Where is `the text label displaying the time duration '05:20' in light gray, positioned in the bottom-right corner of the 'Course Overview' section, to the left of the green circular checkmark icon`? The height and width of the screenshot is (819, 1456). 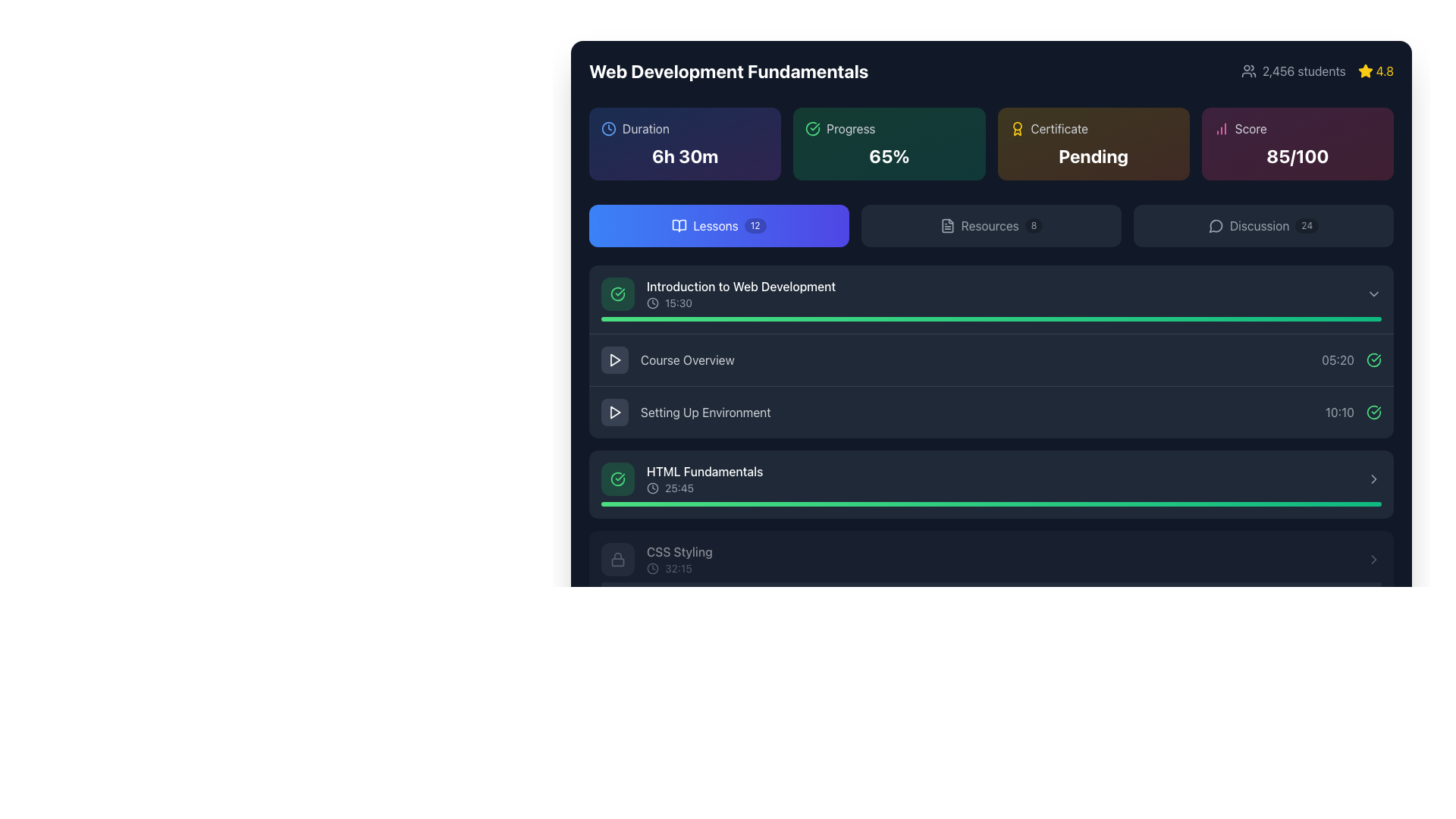
the text label displaying the time duration '05:20' in light gray, positioned in the bottom-right corner of the 'Course Overview' section, to the left of the green circular checkmark icon is located at coordinates (1351, 359).